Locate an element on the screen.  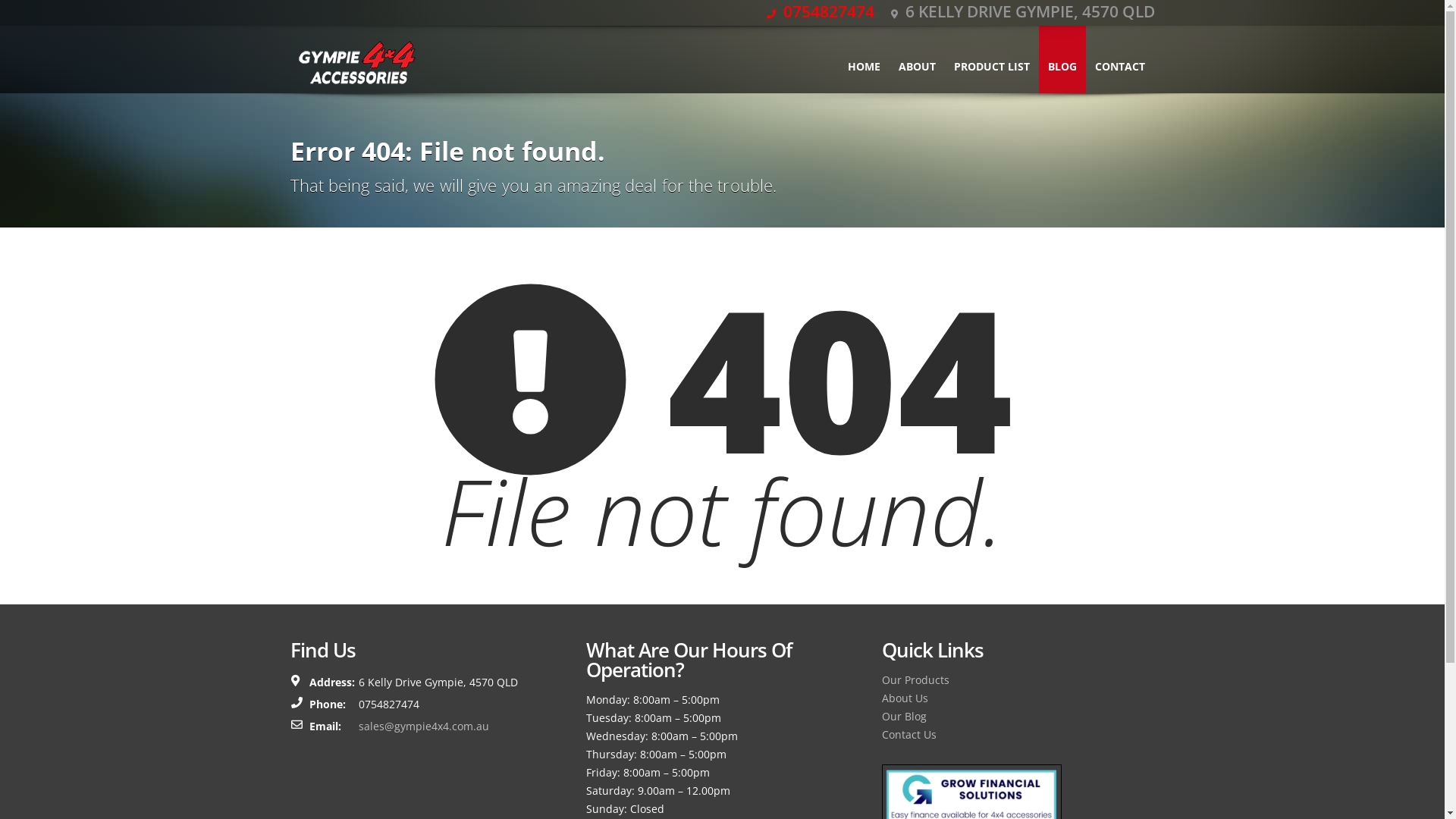
'ABOUT' is located at coordinates (915, 58).